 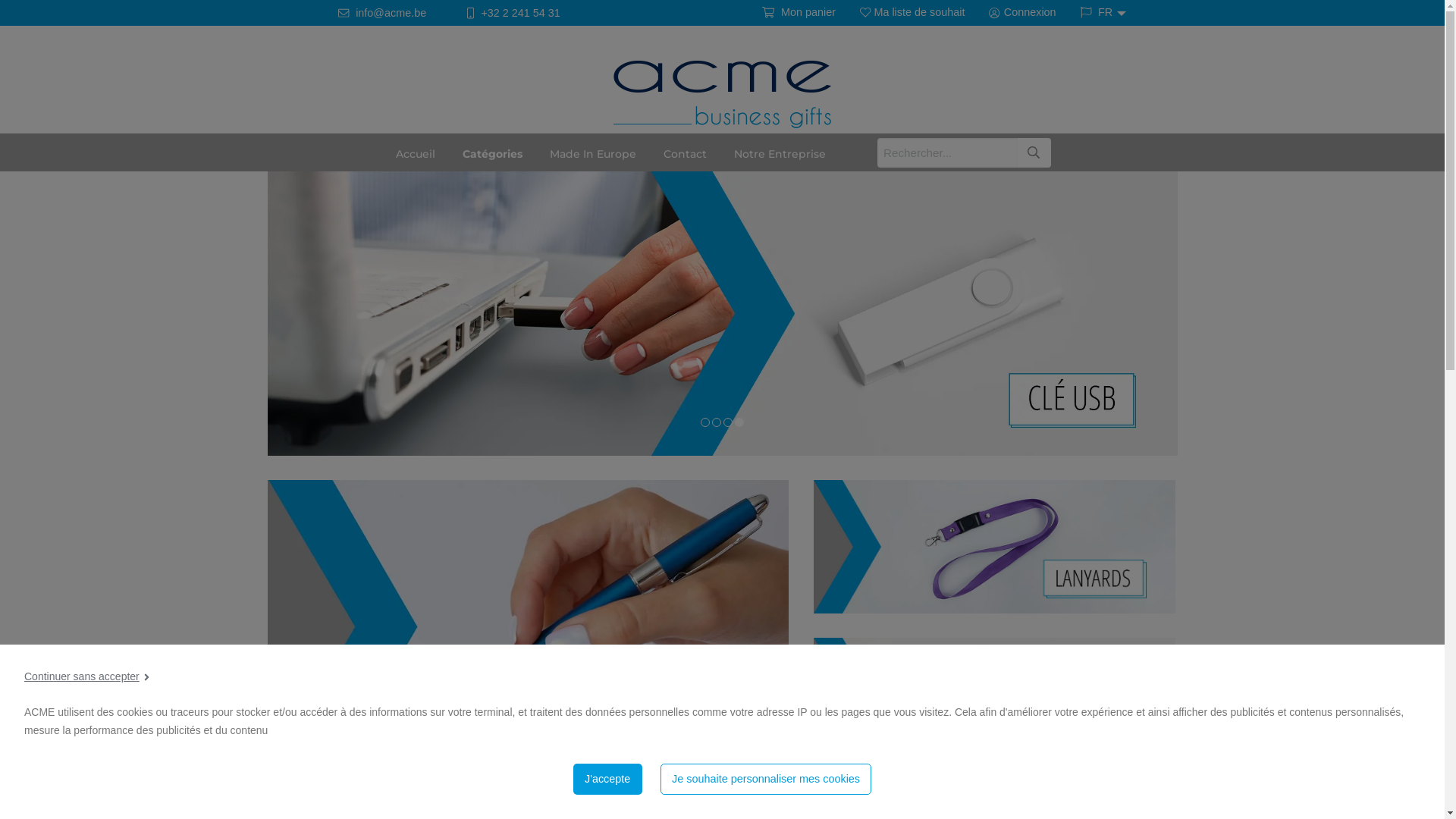 What do you see at coordinates (798, 12) in the screenshot?
I see `'Mon panier'` at bounding box center [798, 12].